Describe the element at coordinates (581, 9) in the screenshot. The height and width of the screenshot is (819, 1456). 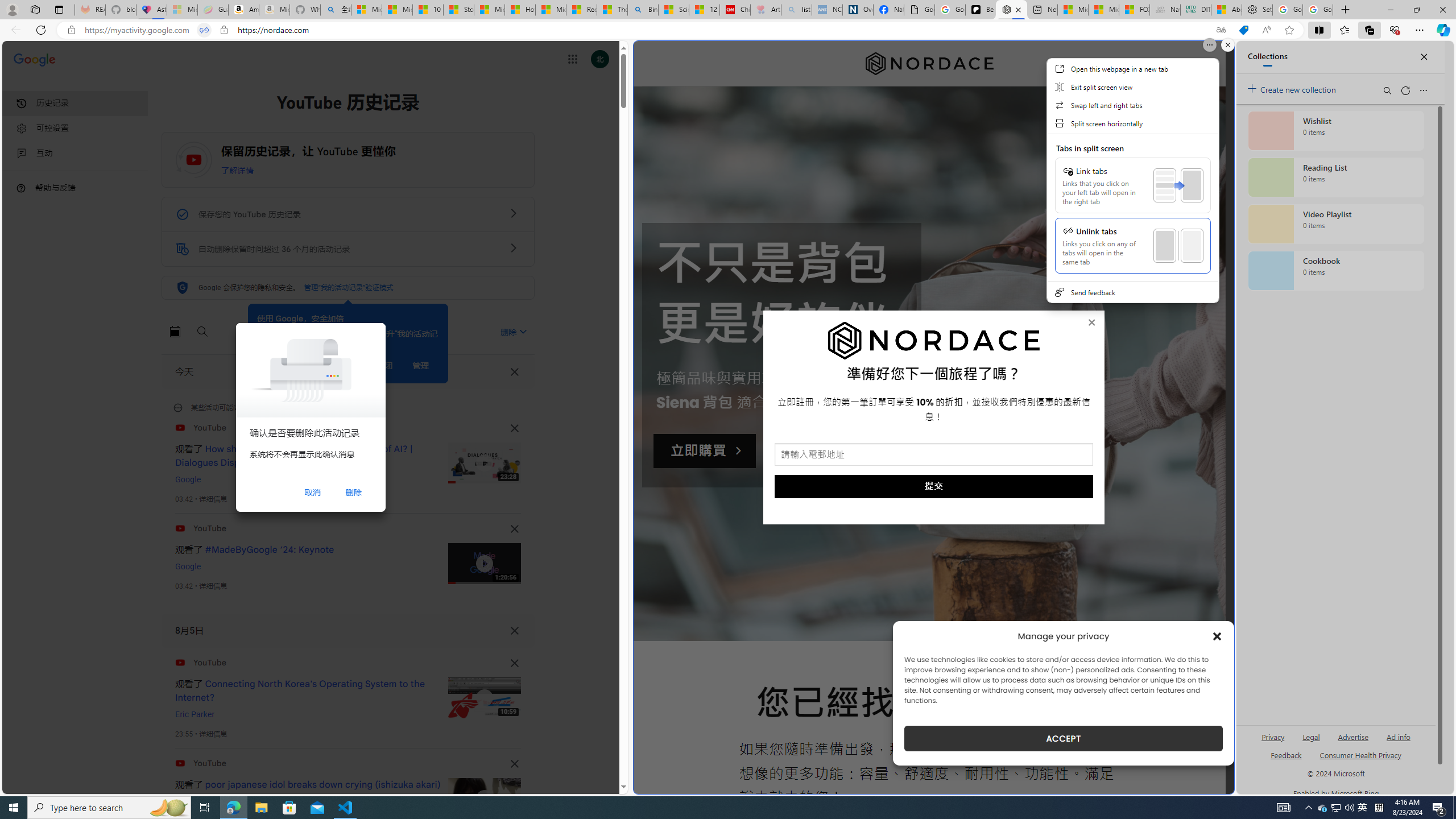
I see `'Recipes - MSN'` at that location.